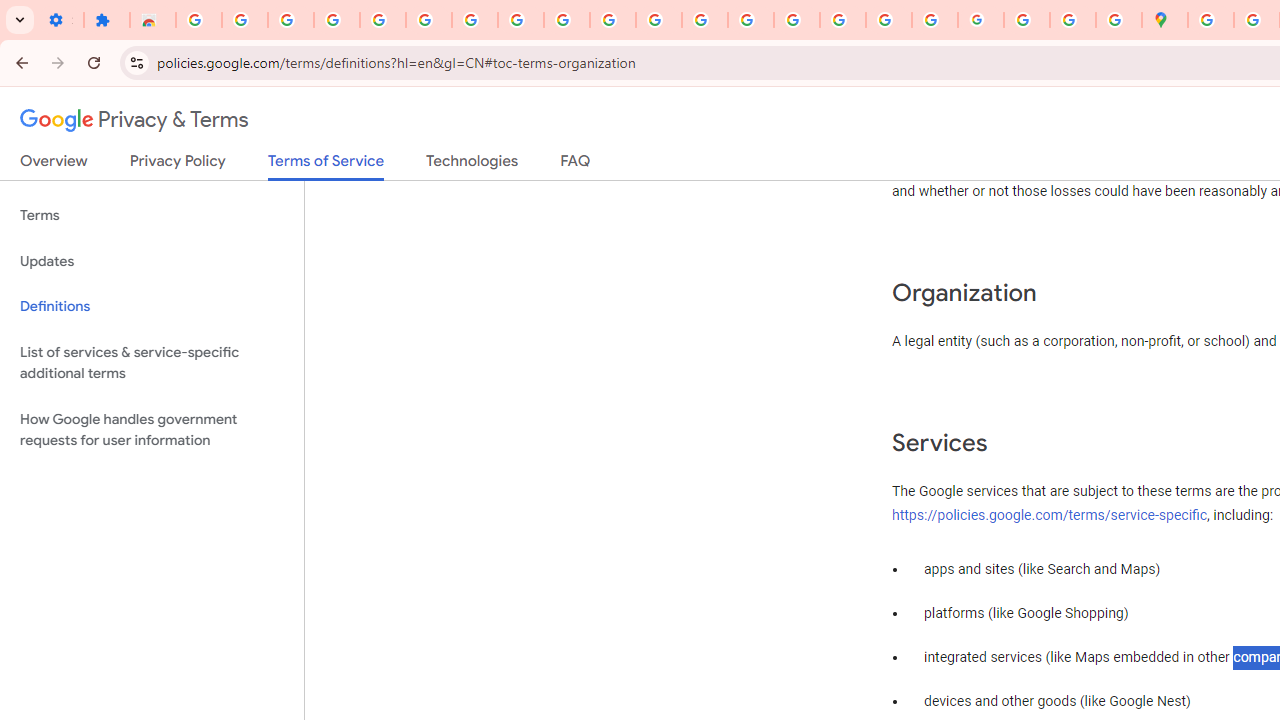  Describe the element at coordinates (382, 20) in the screenshot. I see `'Sign in - Google Accounts'` at that location.